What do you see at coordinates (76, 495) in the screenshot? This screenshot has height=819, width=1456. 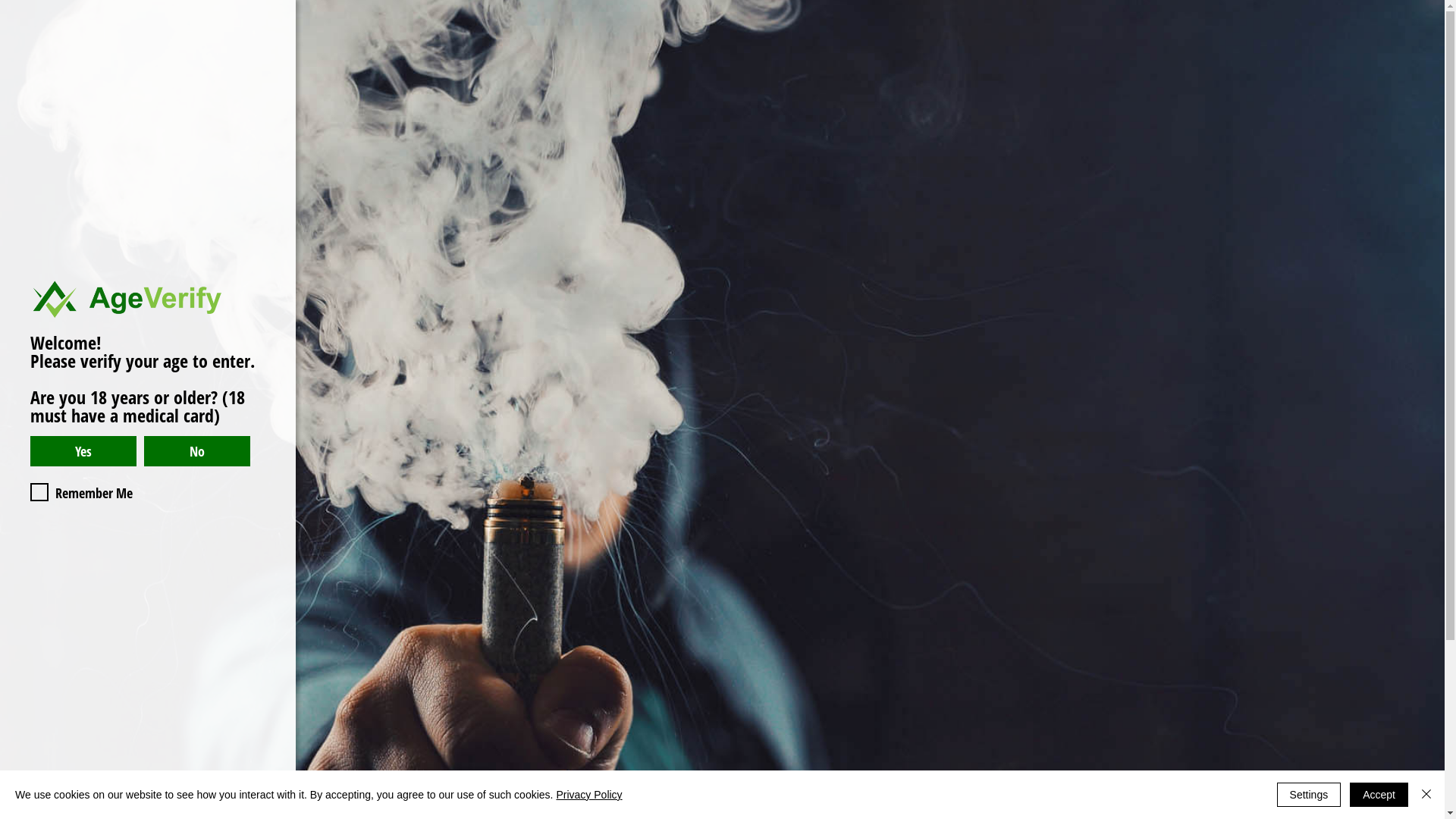 I see `'1'` at bounding box center [76, 495].